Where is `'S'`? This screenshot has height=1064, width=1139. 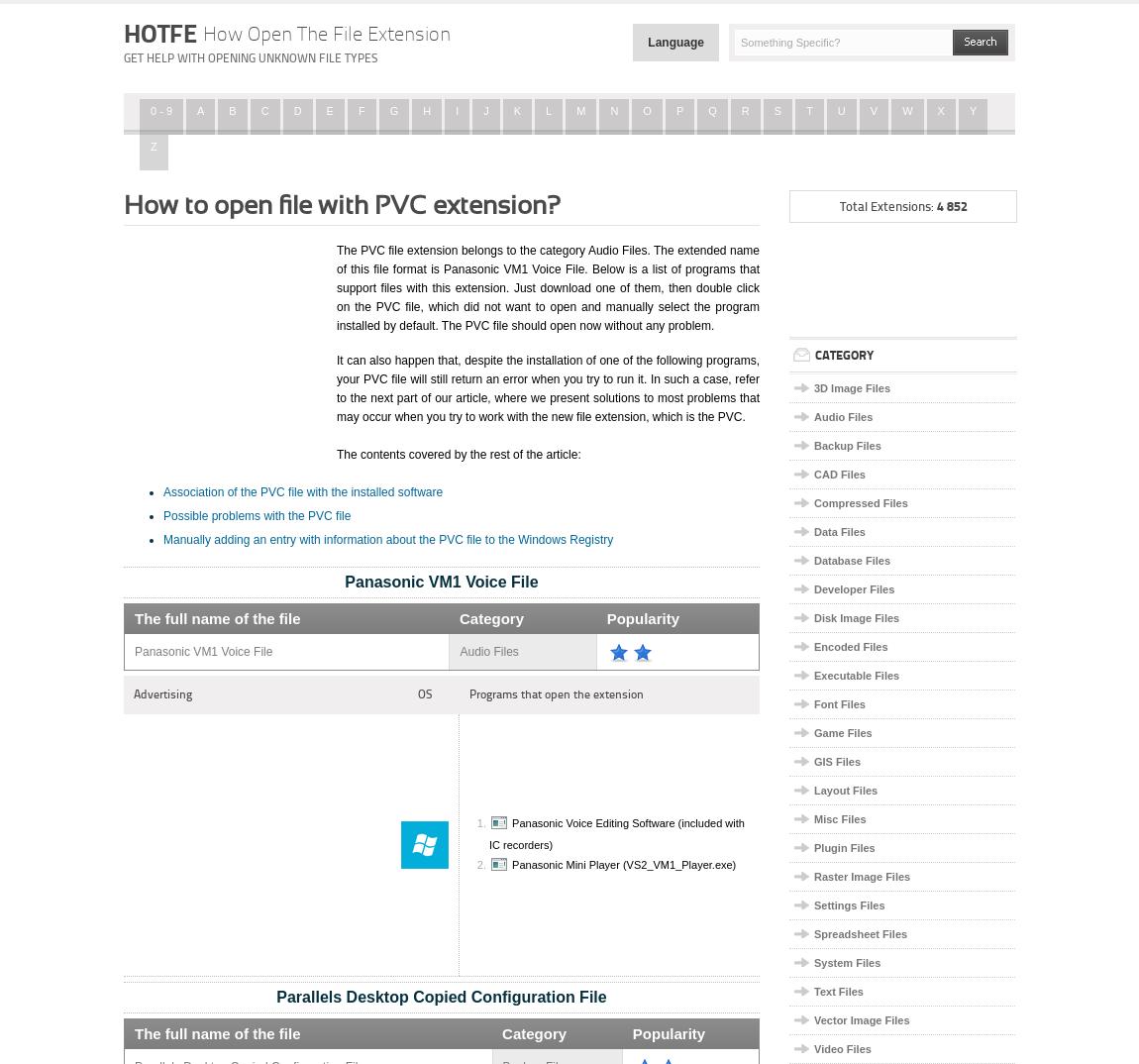 'S' is located at coordinates (772, 110).